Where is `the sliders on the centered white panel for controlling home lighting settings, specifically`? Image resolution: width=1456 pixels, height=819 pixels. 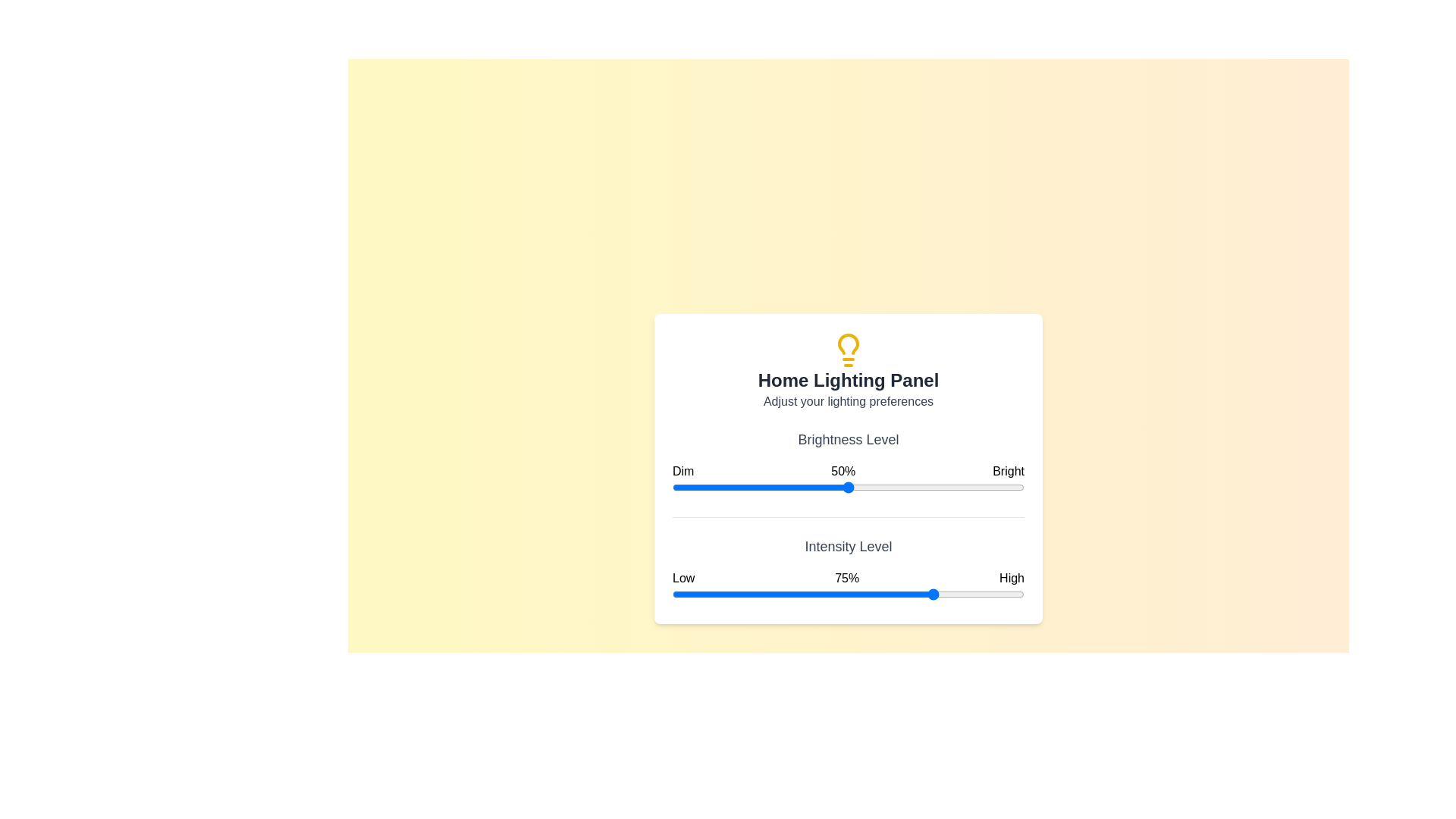
the sliders on the centered white panel for controlling home lighting settings, specifically is located at coordinates (847, 467).